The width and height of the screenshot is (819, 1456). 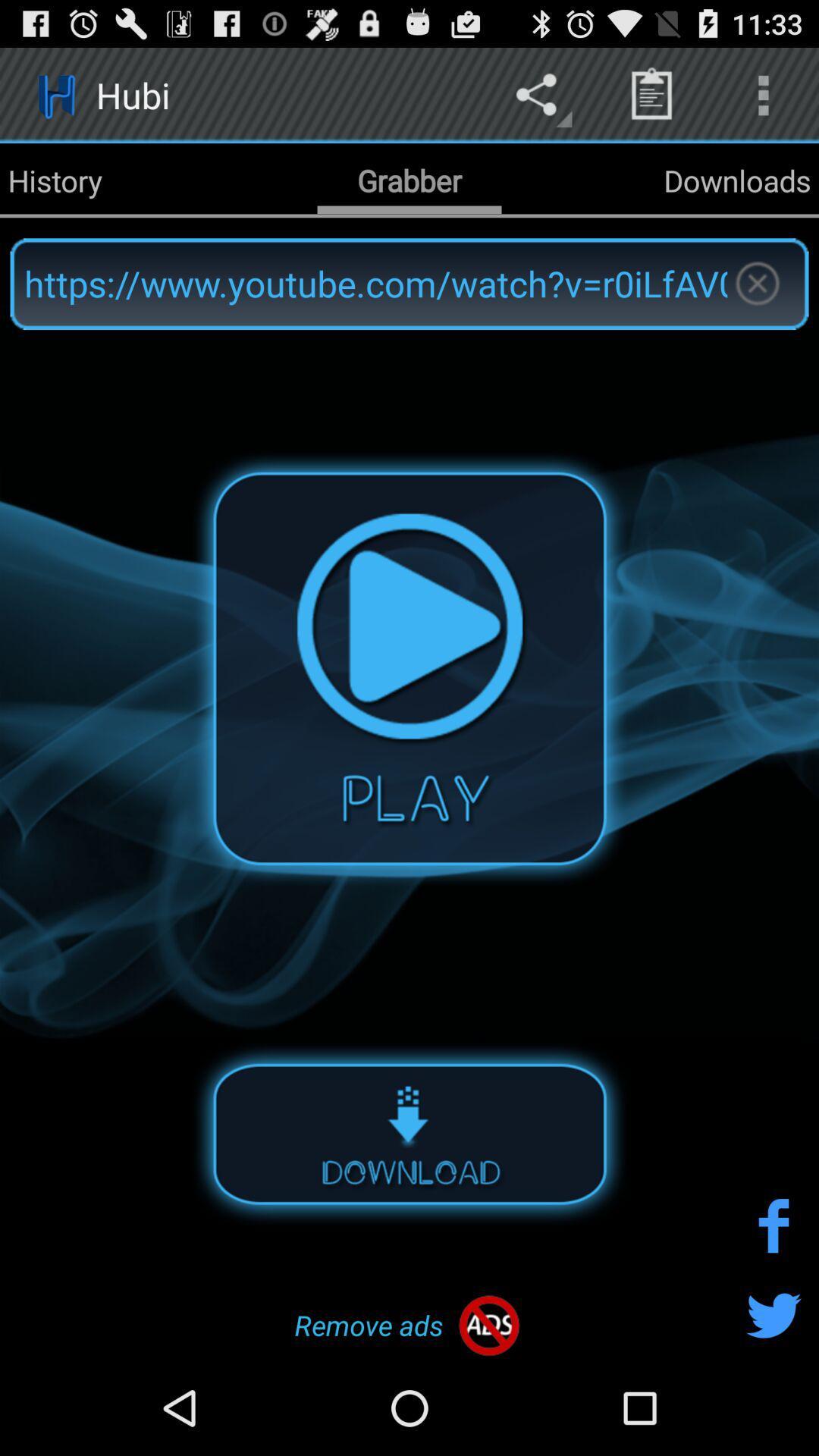 What do you see at coordinates (409, 667) in the screenshot?
I see `the audio play` at bounding box center [409, 667].